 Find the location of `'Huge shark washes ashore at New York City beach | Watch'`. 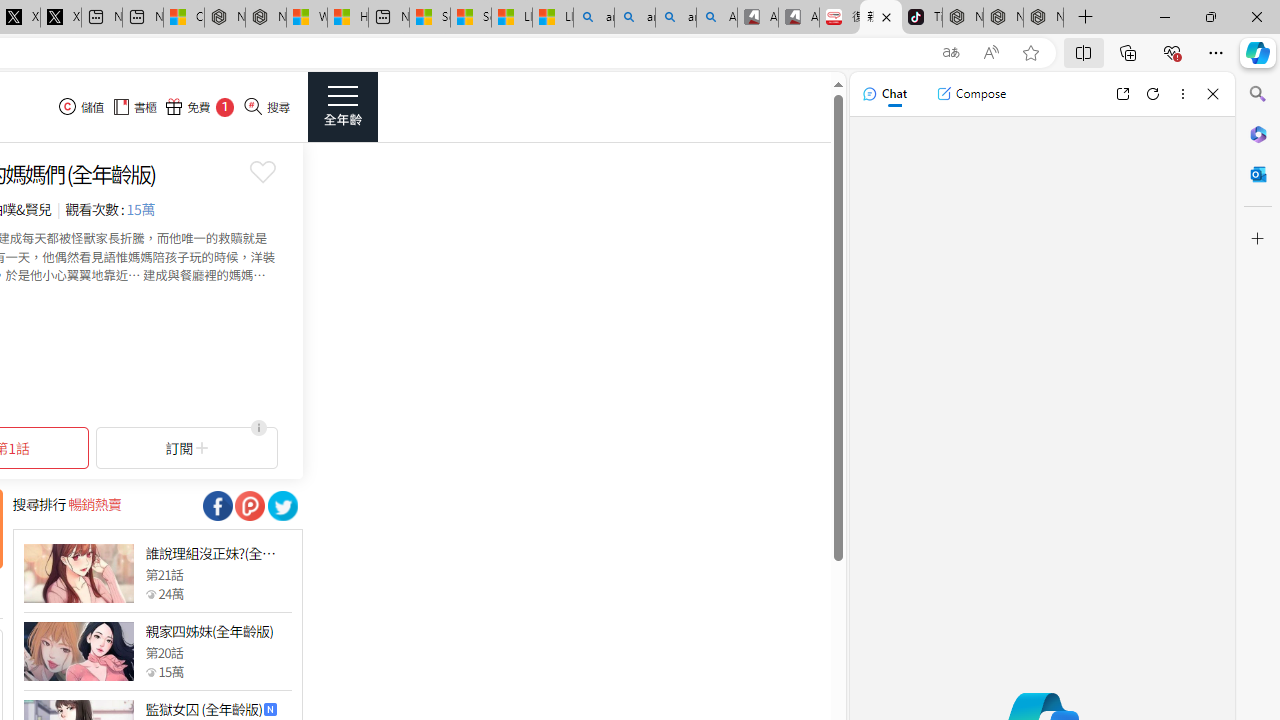

'Huge shark washes ashore at New York City beach | Watch' is located at coordinates (348, 17).